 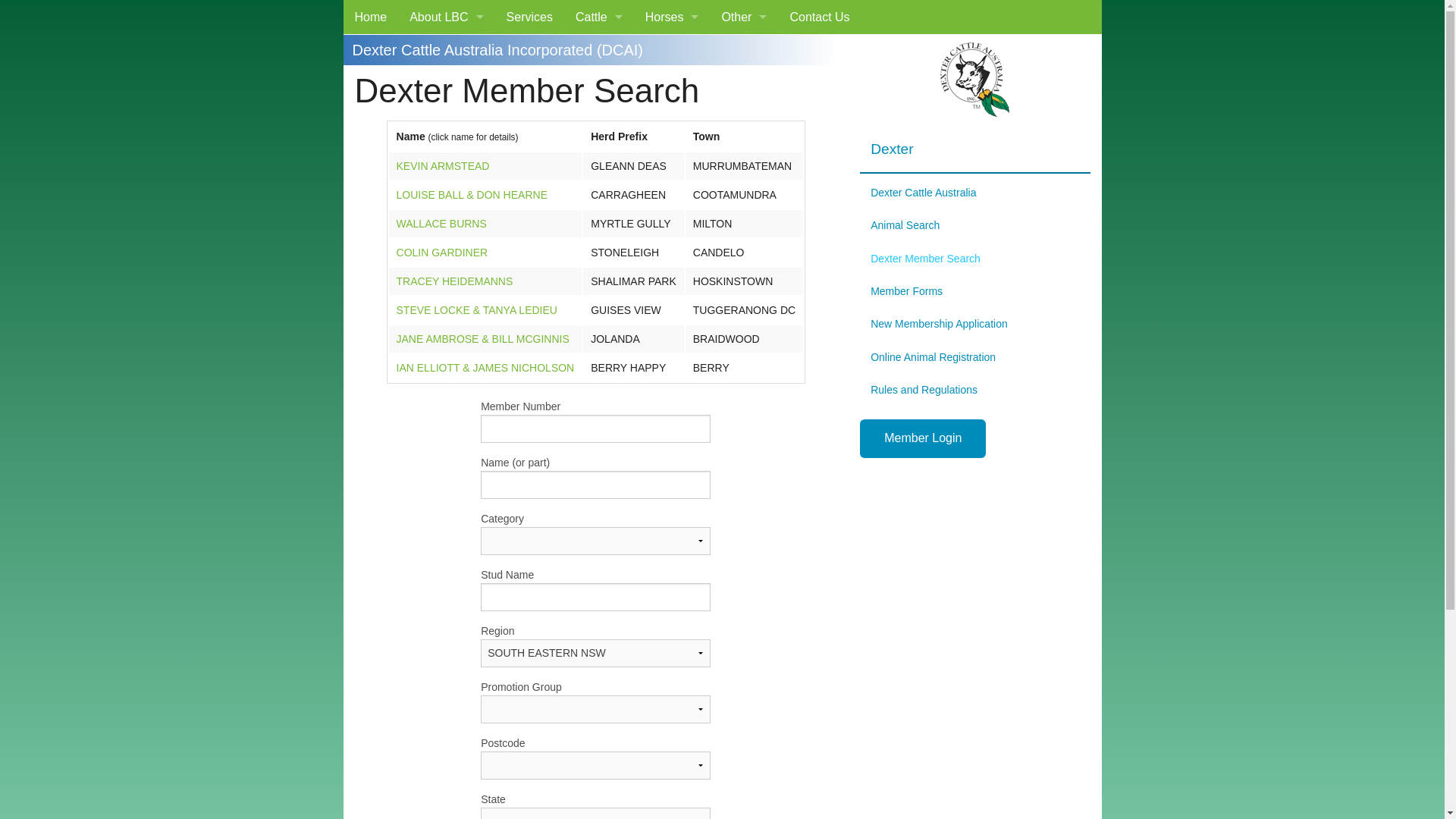 I want to click on 'IAN ELLIOTT & JAMES NICHOLSON', so click(x=485, y=368).